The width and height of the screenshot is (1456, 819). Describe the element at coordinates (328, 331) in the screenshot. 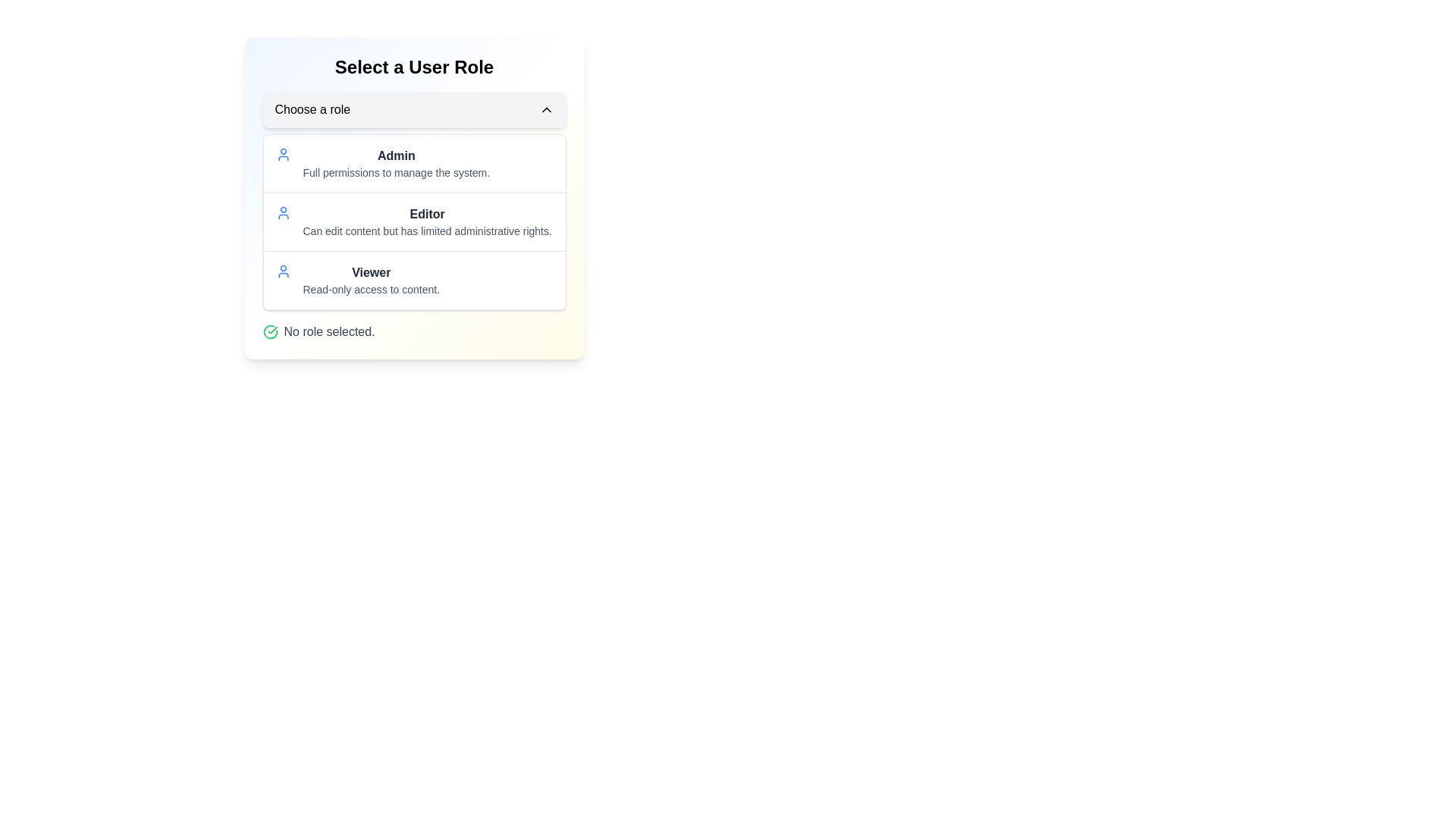

I see `text content of the label indicating that no role has been chosen, located at the bottom-left corner of the 'Select a User Role' section` at that location.